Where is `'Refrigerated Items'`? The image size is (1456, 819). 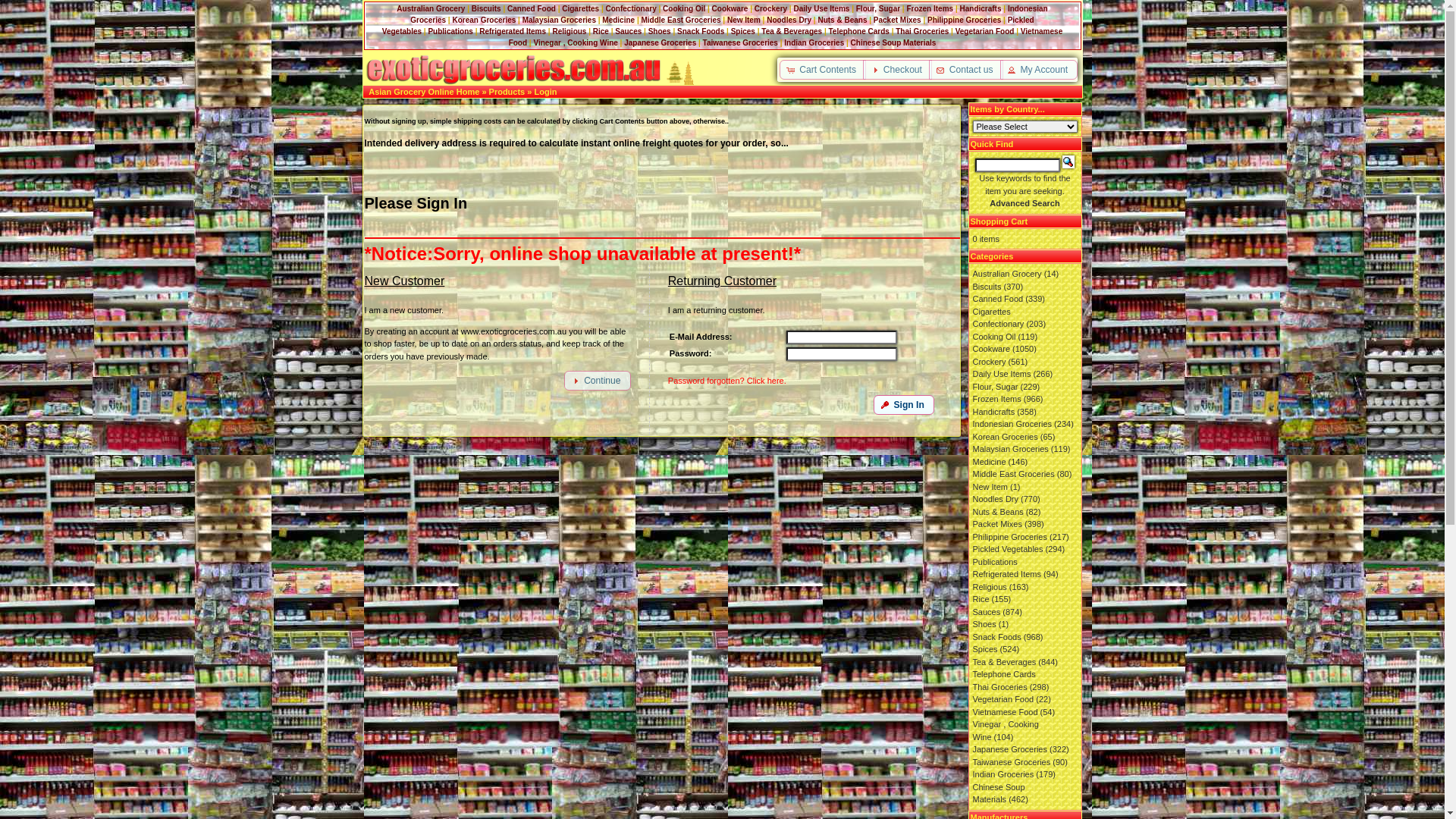 'Refrigerated Items' is located at coordinates (513, 31).